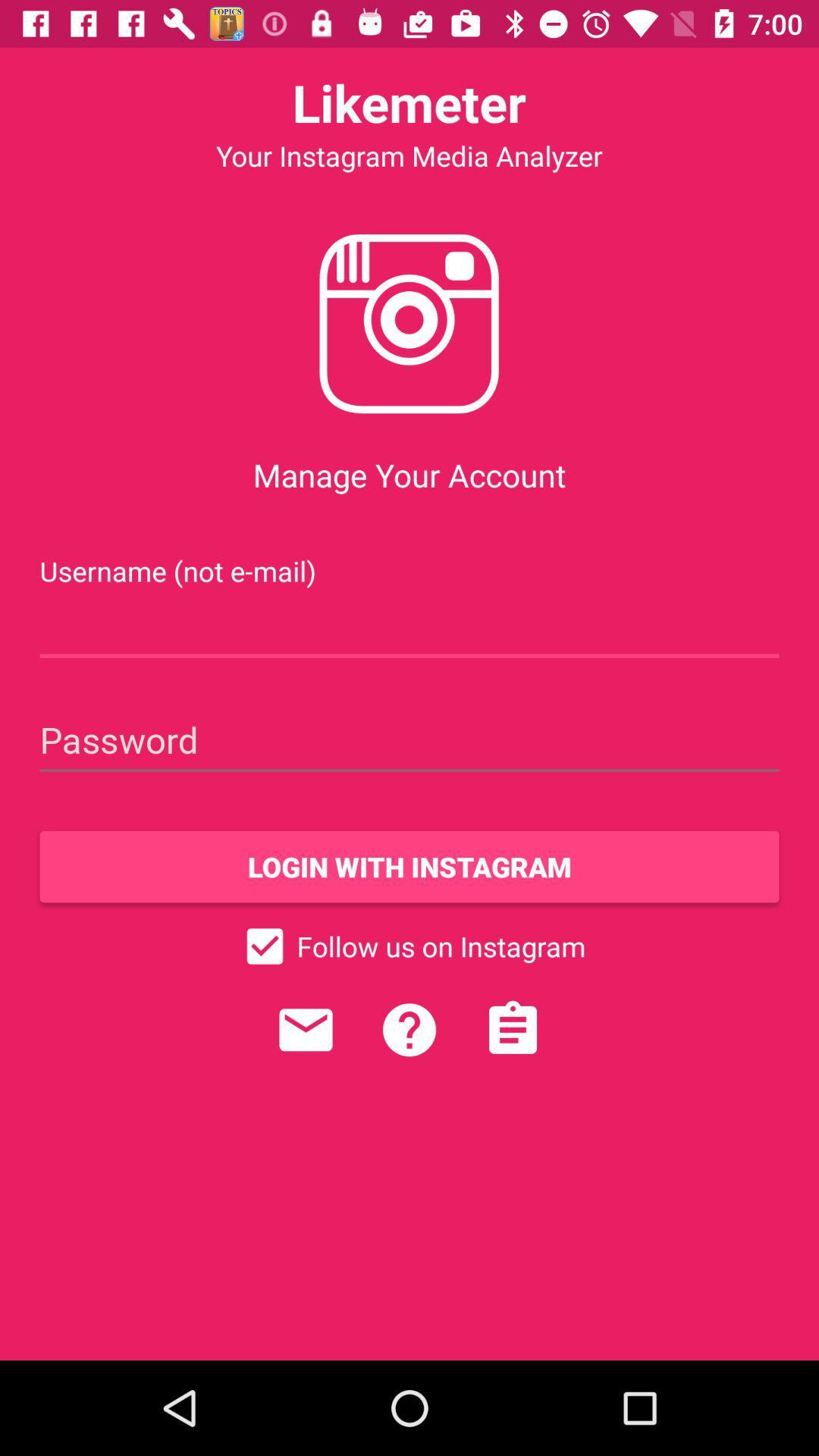  What do you see at coordinates (409, 1030) in the screenshot?
I see `questions` at bounding box center [409, 1030].